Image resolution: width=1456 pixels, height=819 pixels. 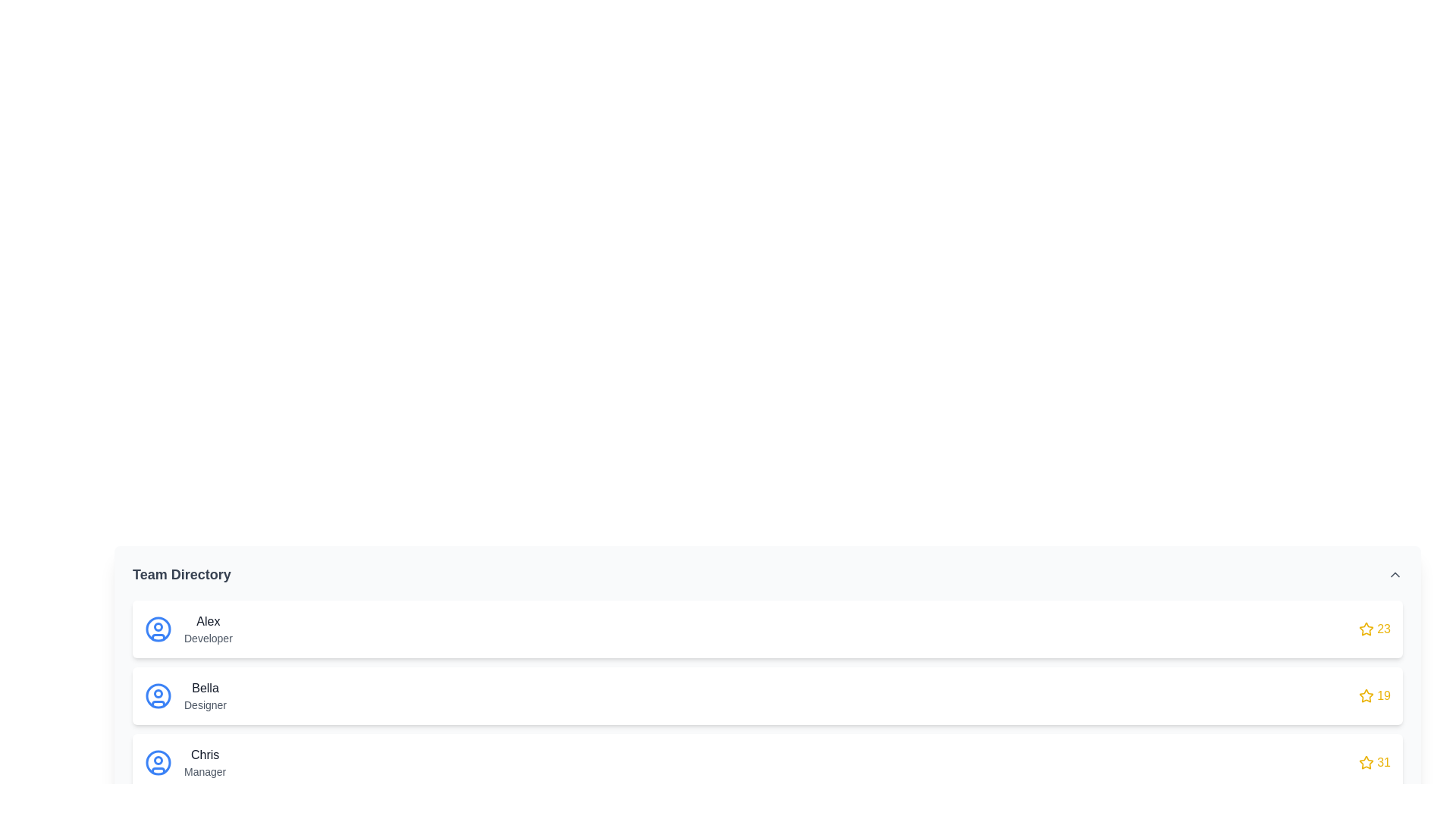 What do you see at coordinates (184, 763) in the screenshot?
I see `the Profile Card displaying Chris, the Manager, which is the third item in the Team Directory beneath Alex and Bella` at bounding box center [184, 763].